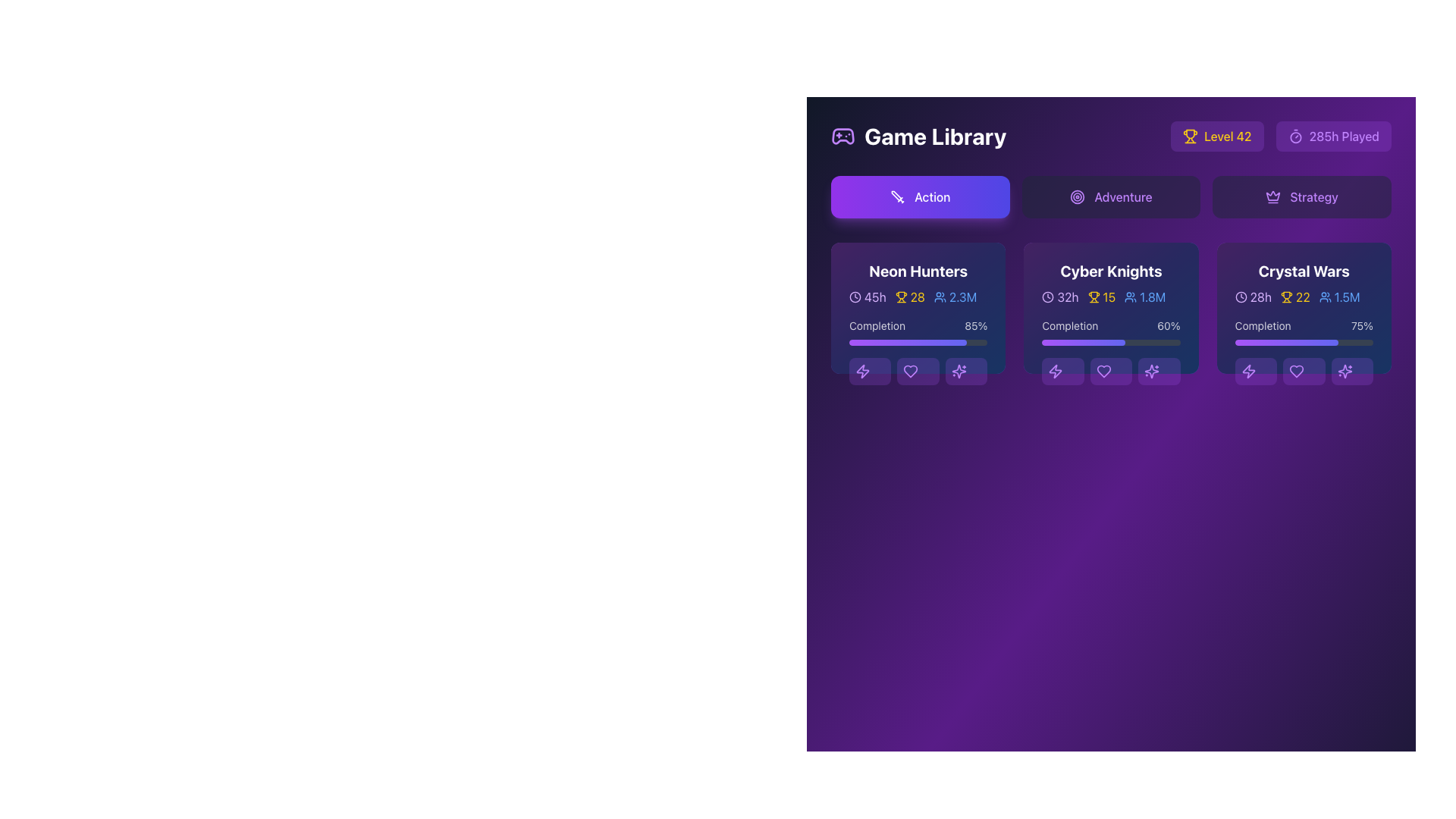  What do you see at coordinates (1109, 297) in the screenshot?
I see `the Text Label that displays the number of trophies or achievements for 'Cyber Knights', located under the trophy icon, between gameplay duration data and participant count` at bounding box center [1109, 297].